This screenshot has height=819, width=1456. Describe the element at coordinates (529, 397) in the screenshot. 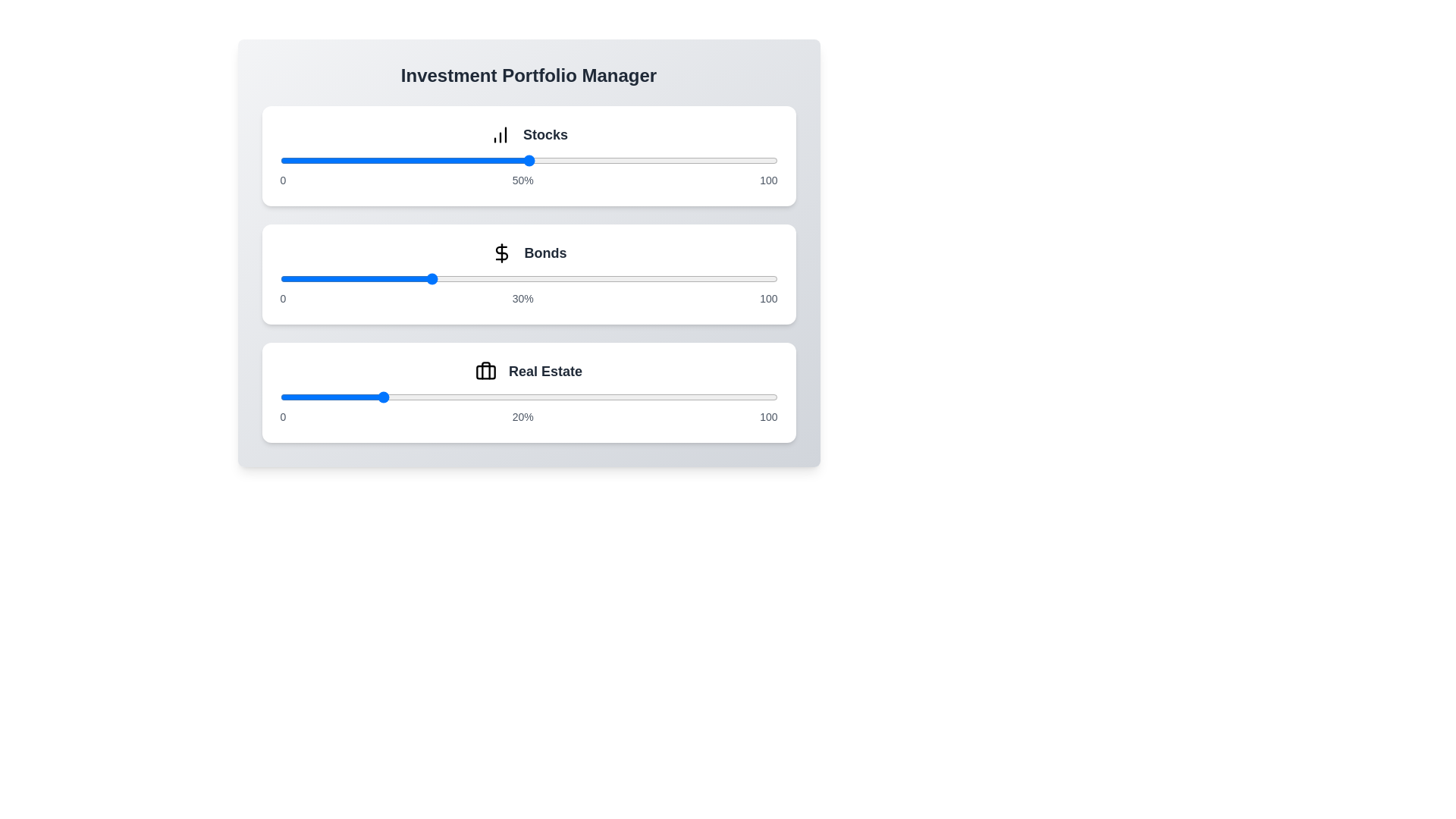

I see `the slider for Real Estate` at that location.